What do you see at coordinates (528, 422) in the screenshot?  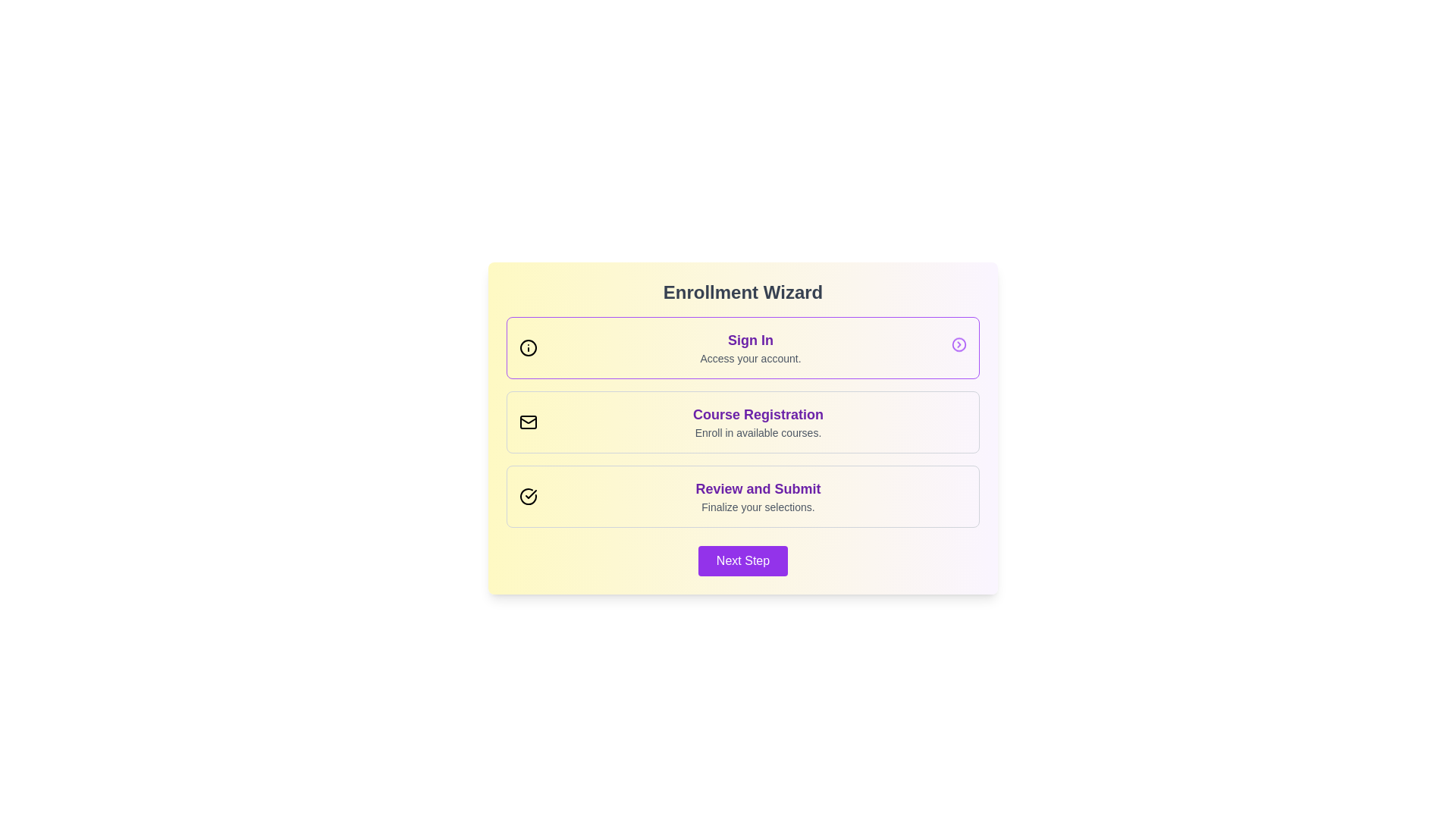 I see `the mail icon represented as a rectangular envelope component with rounded corners, located in the second row of the wizard interface next to the 'Course Registration' option` at bounding box center [528, 422].